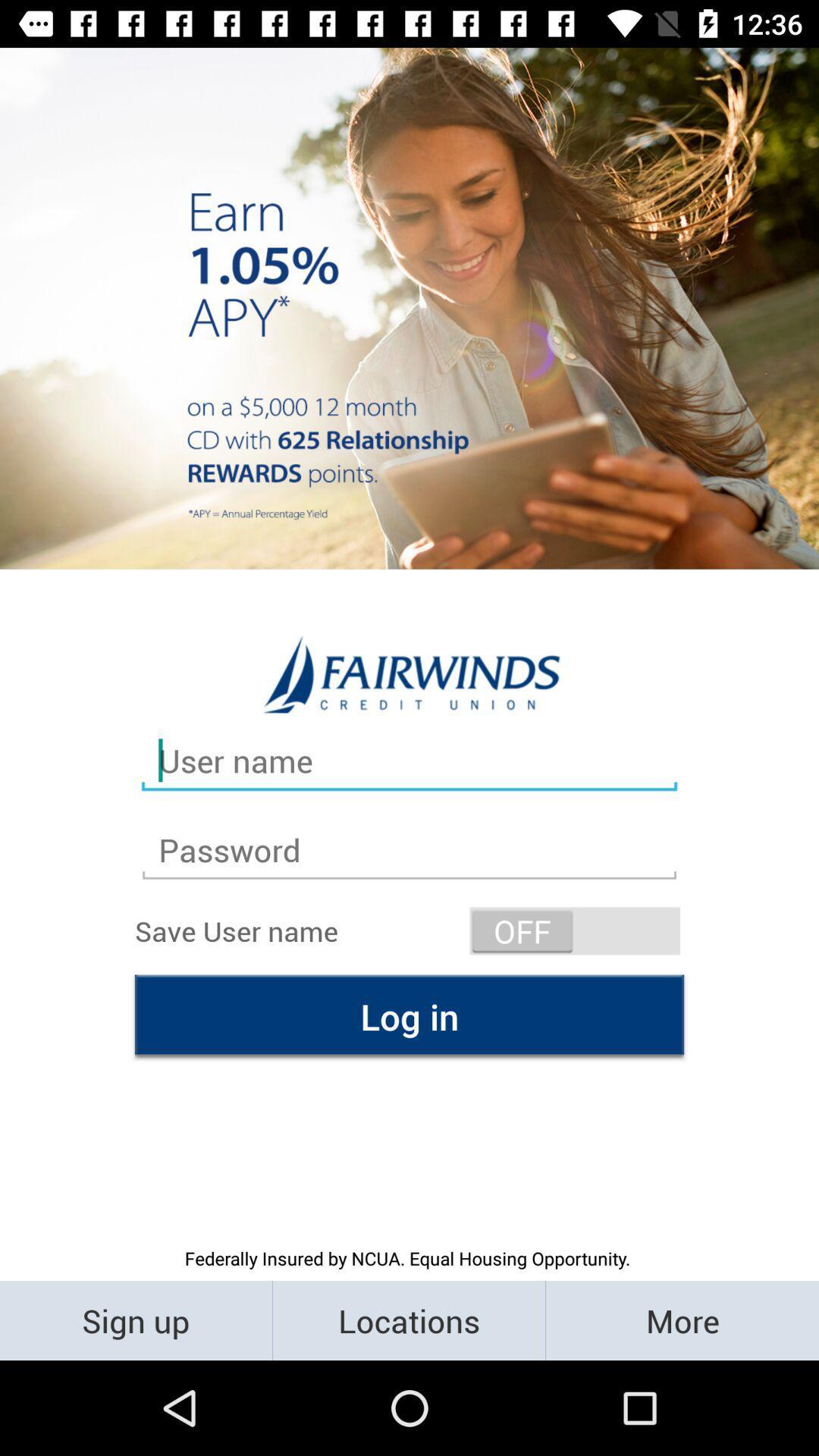 The height and width of the screenshot is (1456, 819). What do you see at coordinates (575, 930) in the screenshot?
I see `item above the log in item` at bounding box center [575, 930].